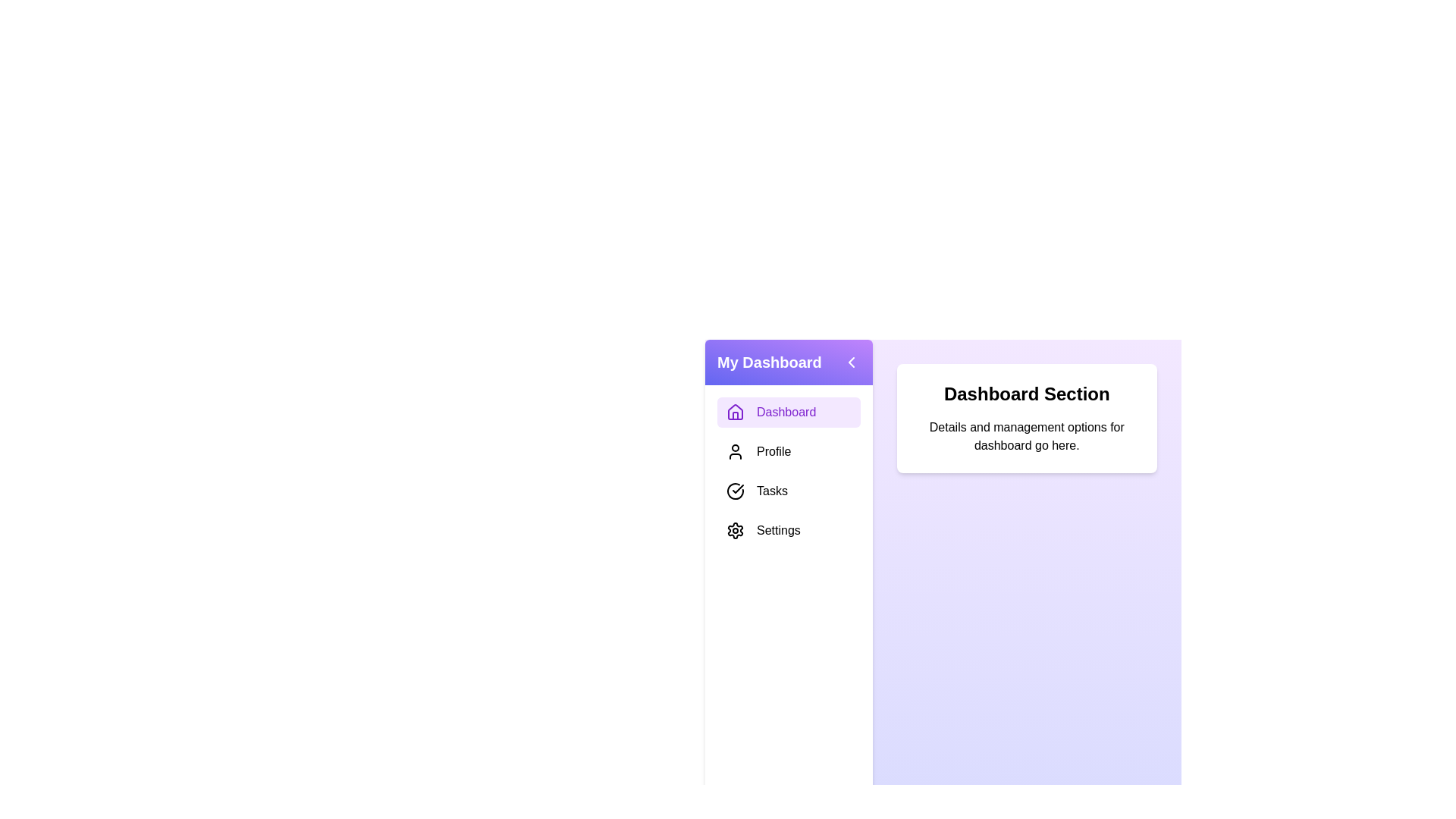  I want to click on the 'Profile' text menu item located in the vertical menu on the left side of the interface, so click(773, 451).